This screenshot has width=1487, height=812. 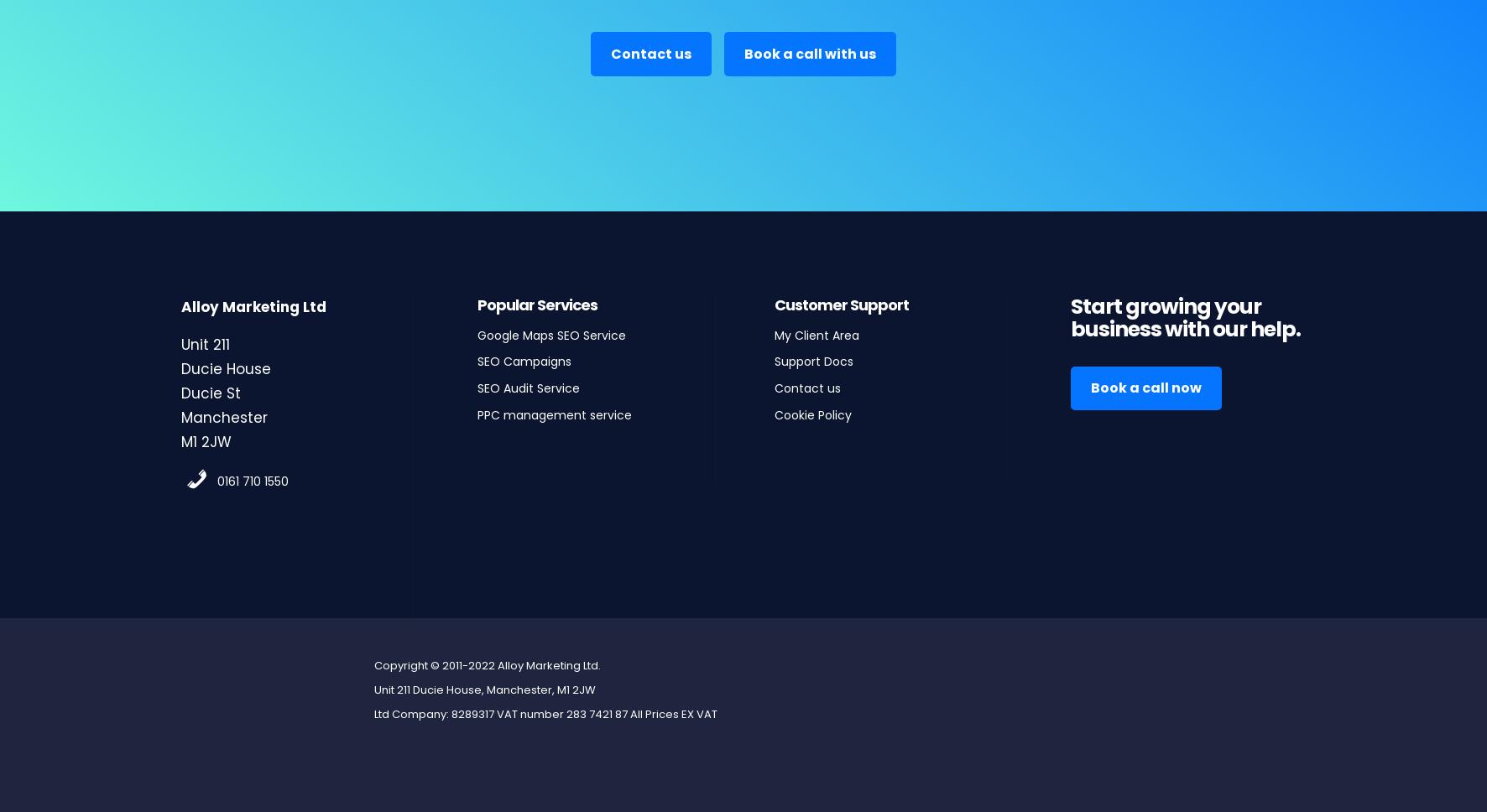 I want to click on 'Popular Services', so click(x=537, y=304).